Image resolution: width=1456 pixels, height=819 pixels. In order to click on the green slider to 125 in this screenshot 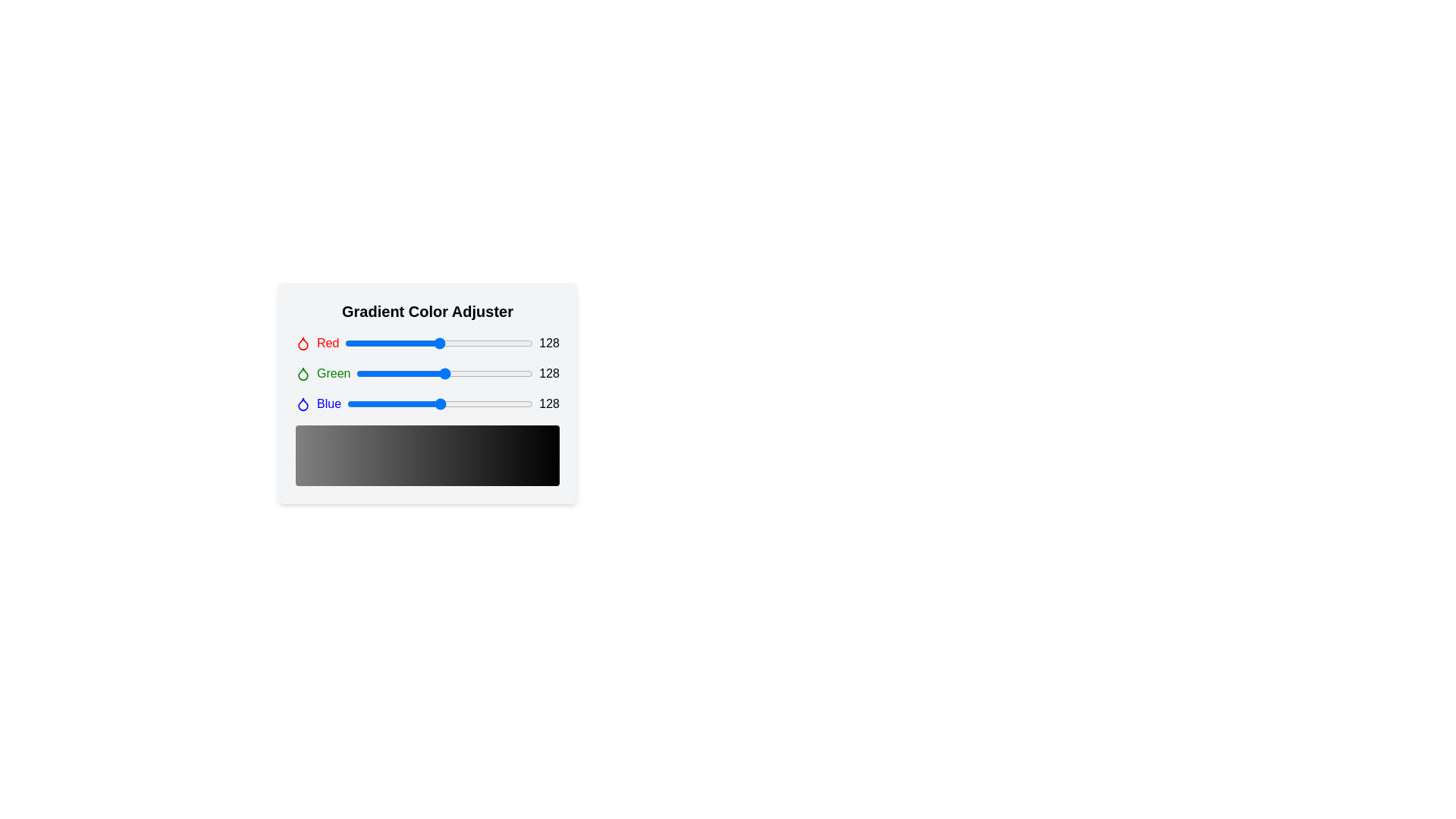, I will do `click(442, 374)`.